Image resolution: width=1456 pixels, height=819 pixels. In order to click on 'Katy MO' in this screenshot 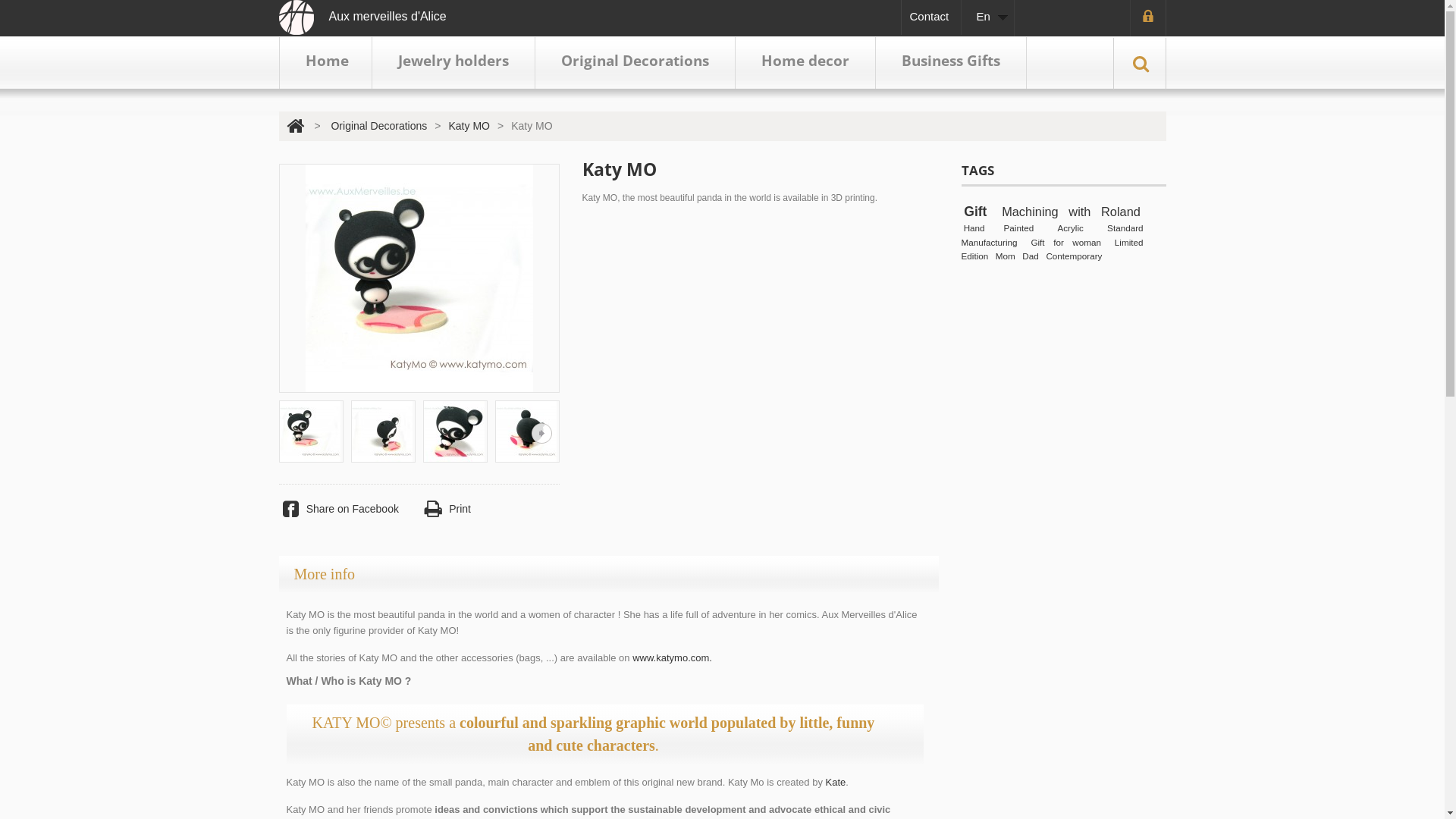, I will do `click(469, 124)`.